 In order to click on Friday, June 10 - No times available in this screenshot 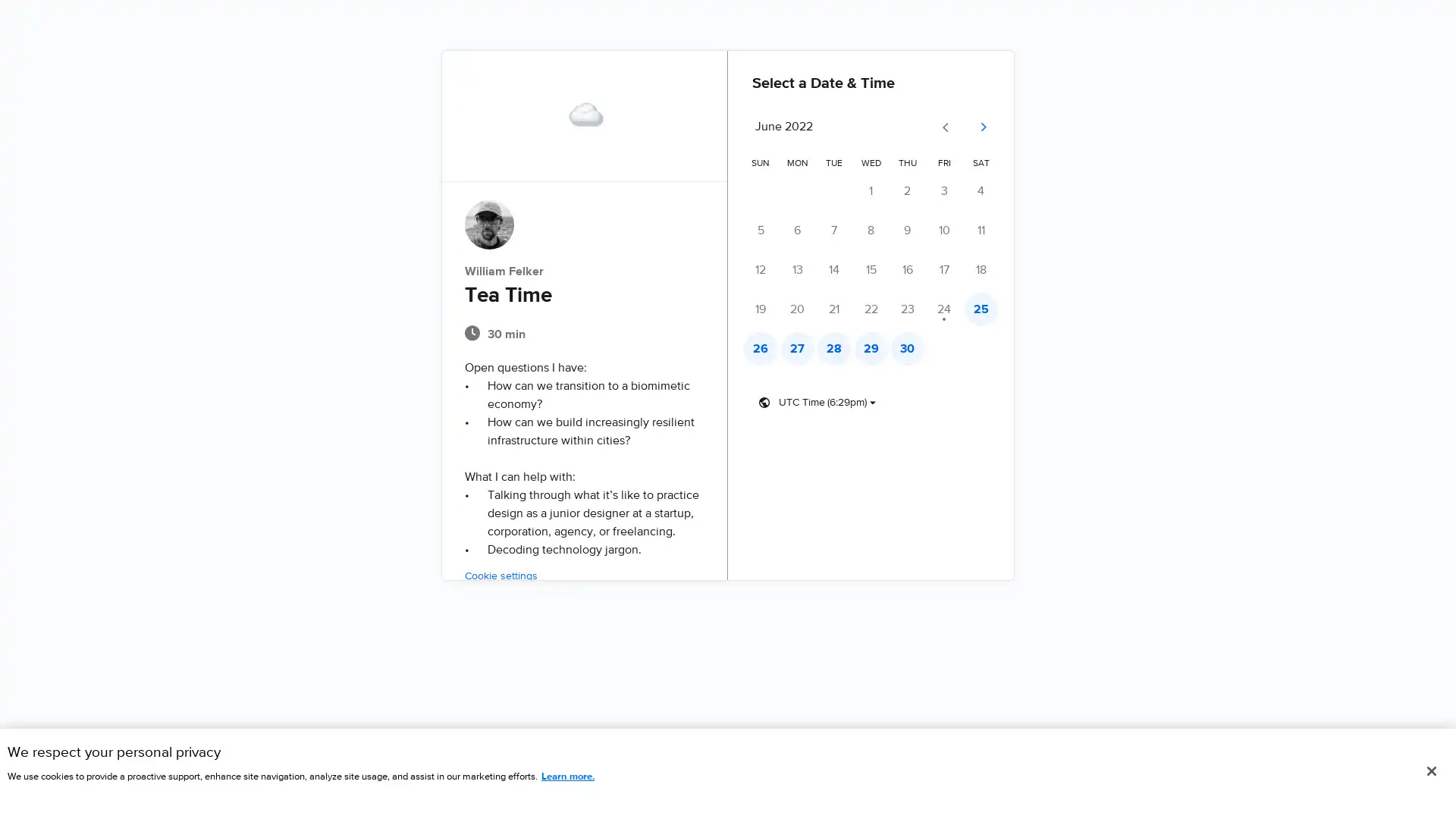, I will do `click(956, 231)`.